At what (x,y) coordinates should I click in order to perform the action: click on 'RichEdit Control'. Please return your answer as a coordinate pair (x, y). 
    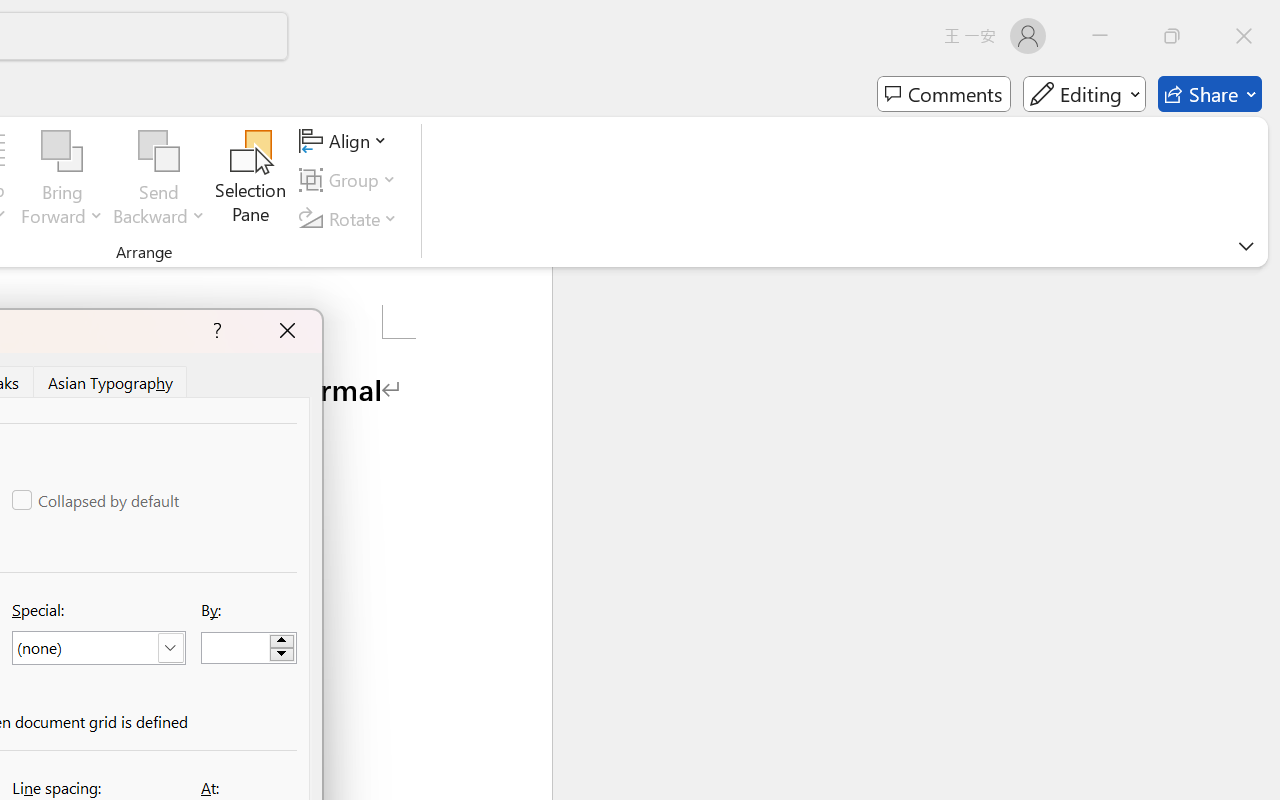
    Looking at the image, I should click on (236, 647).